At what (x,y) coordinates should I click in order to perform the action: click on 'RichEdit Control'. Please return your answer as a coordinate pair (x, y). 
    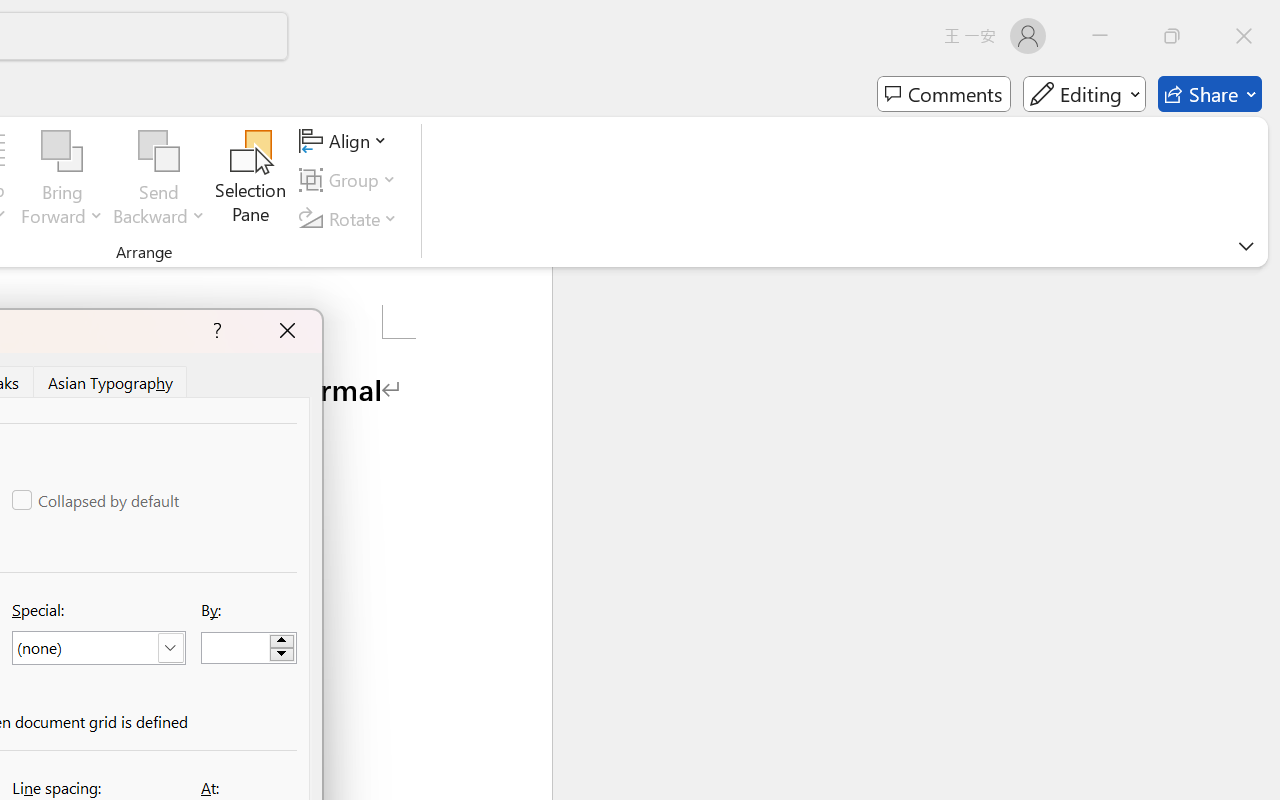
    Looking at the image, I should click on (236, 647).